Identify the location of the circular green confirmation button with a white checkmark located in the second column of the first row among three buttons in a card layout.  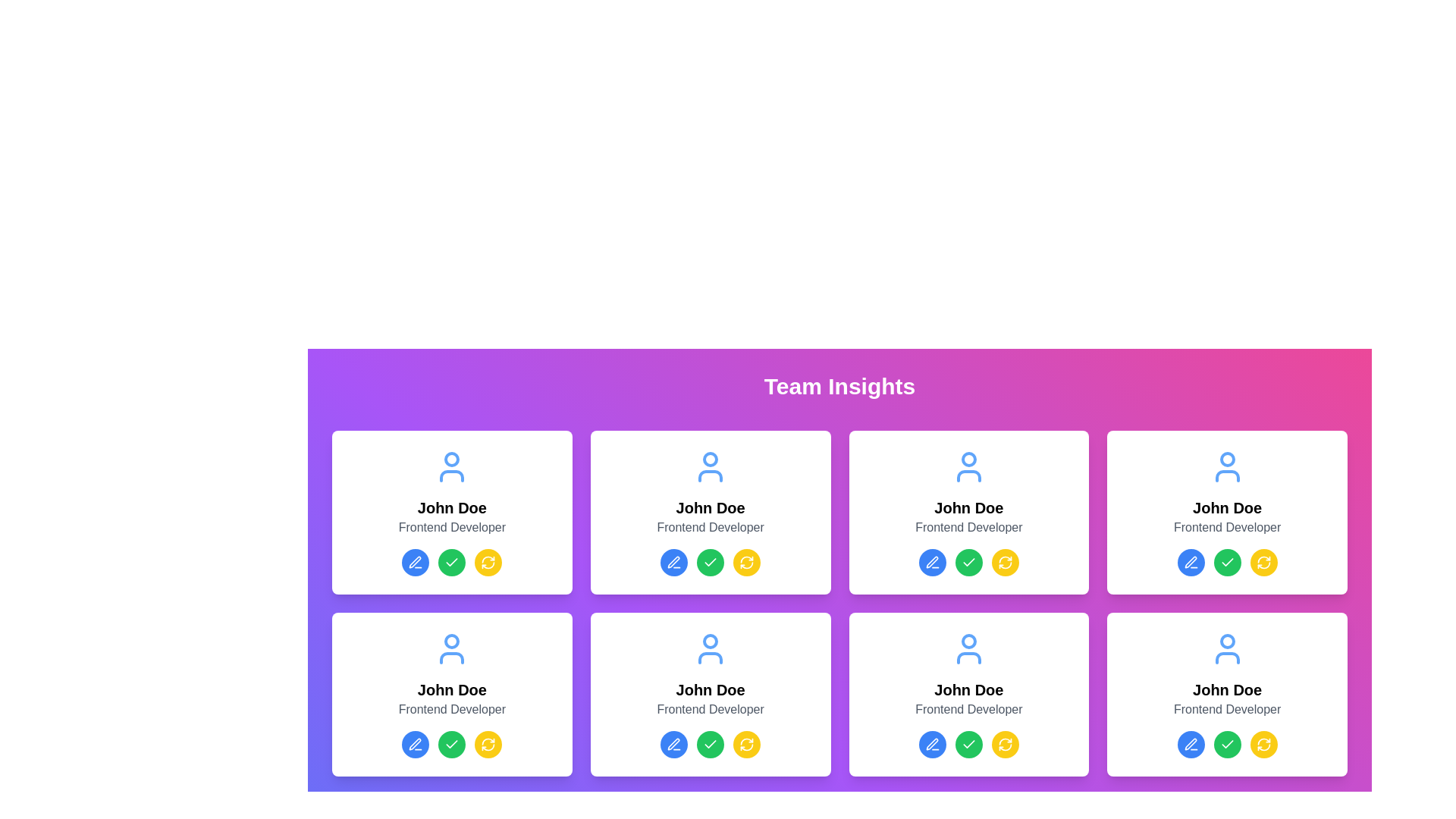
(709, 562).